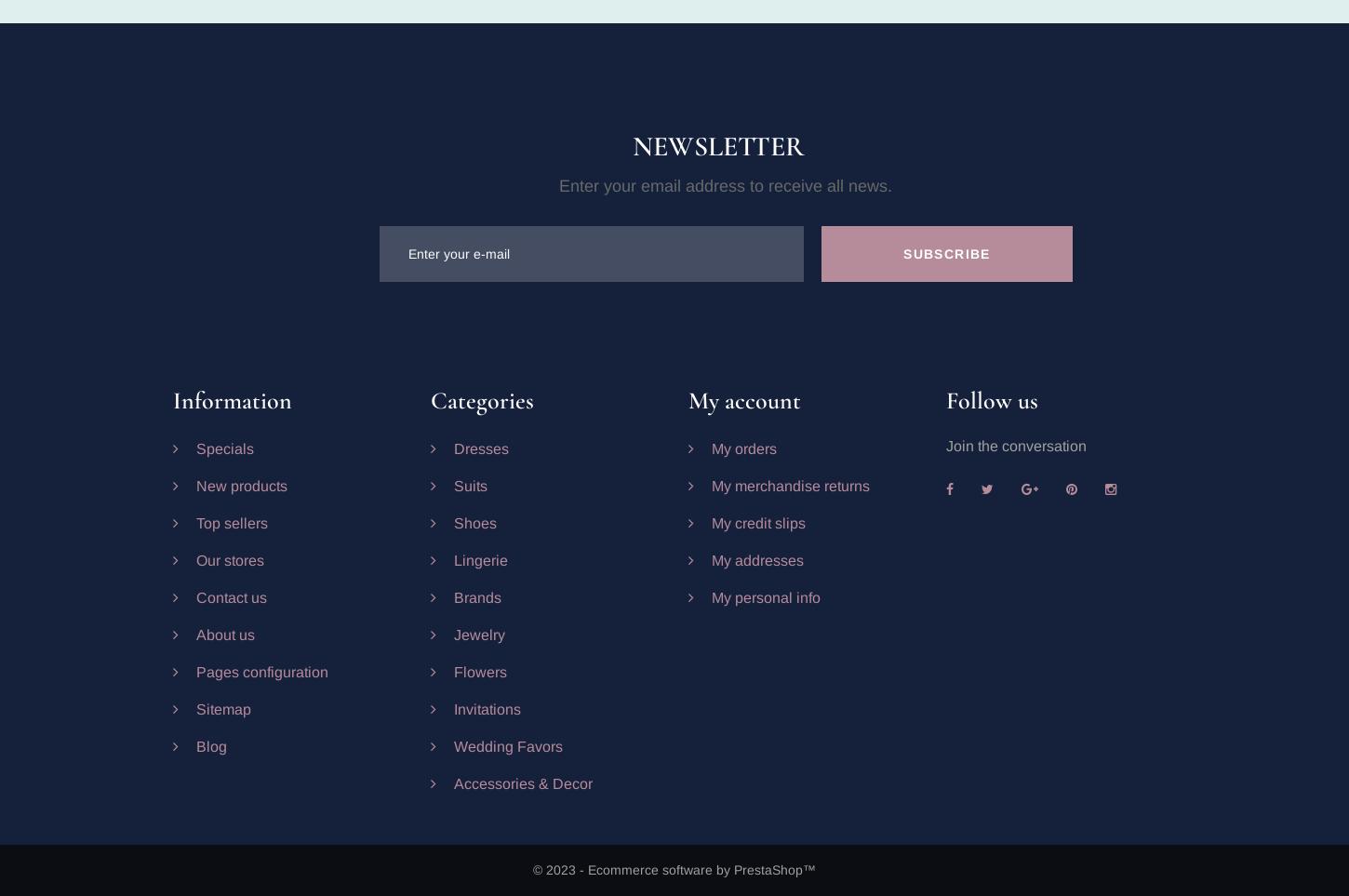  What do you see at coordinates (480, 448) in the screenshot?
I see `'Dresses'` at bounding box center [480, 448].